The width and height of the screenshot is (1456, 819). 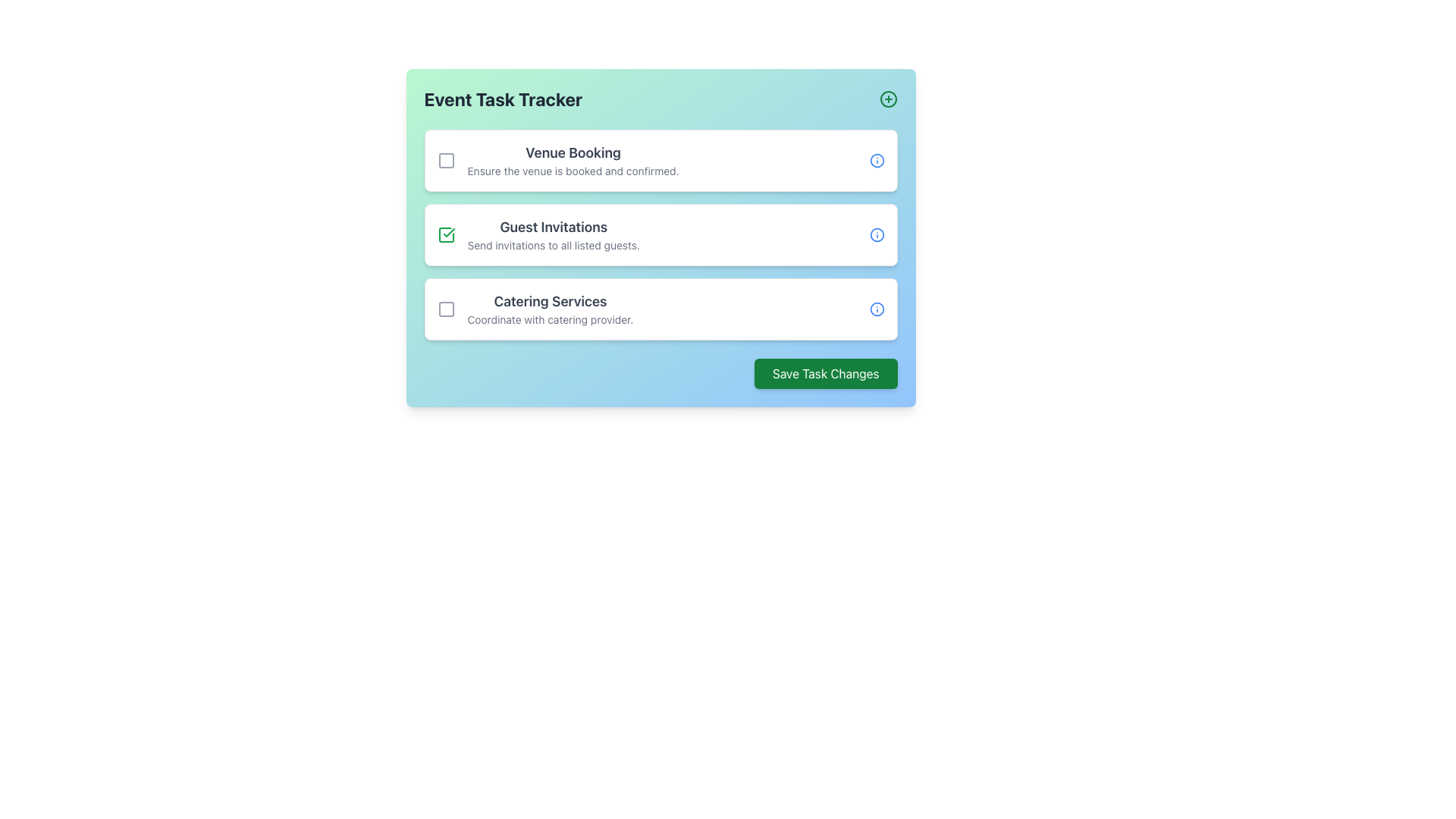 I want to click on the circular green icon with a plus sign located in the top-right corner of the 'Event Task Tracker' section, so click(x=888, y=99).